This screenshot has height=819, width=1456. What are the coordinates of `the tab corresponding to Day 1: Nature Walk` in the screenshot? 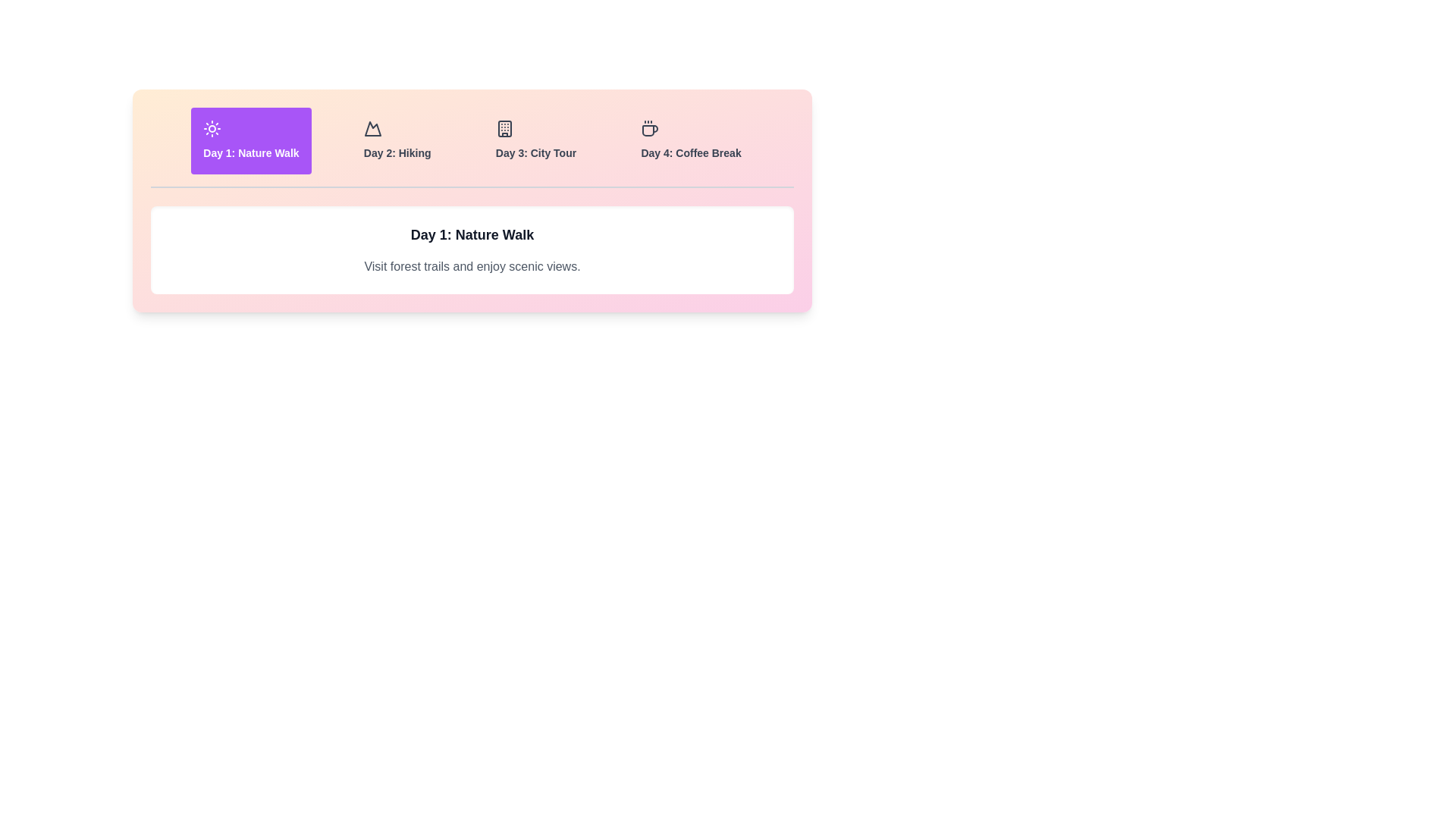 It's located at (251, 140).